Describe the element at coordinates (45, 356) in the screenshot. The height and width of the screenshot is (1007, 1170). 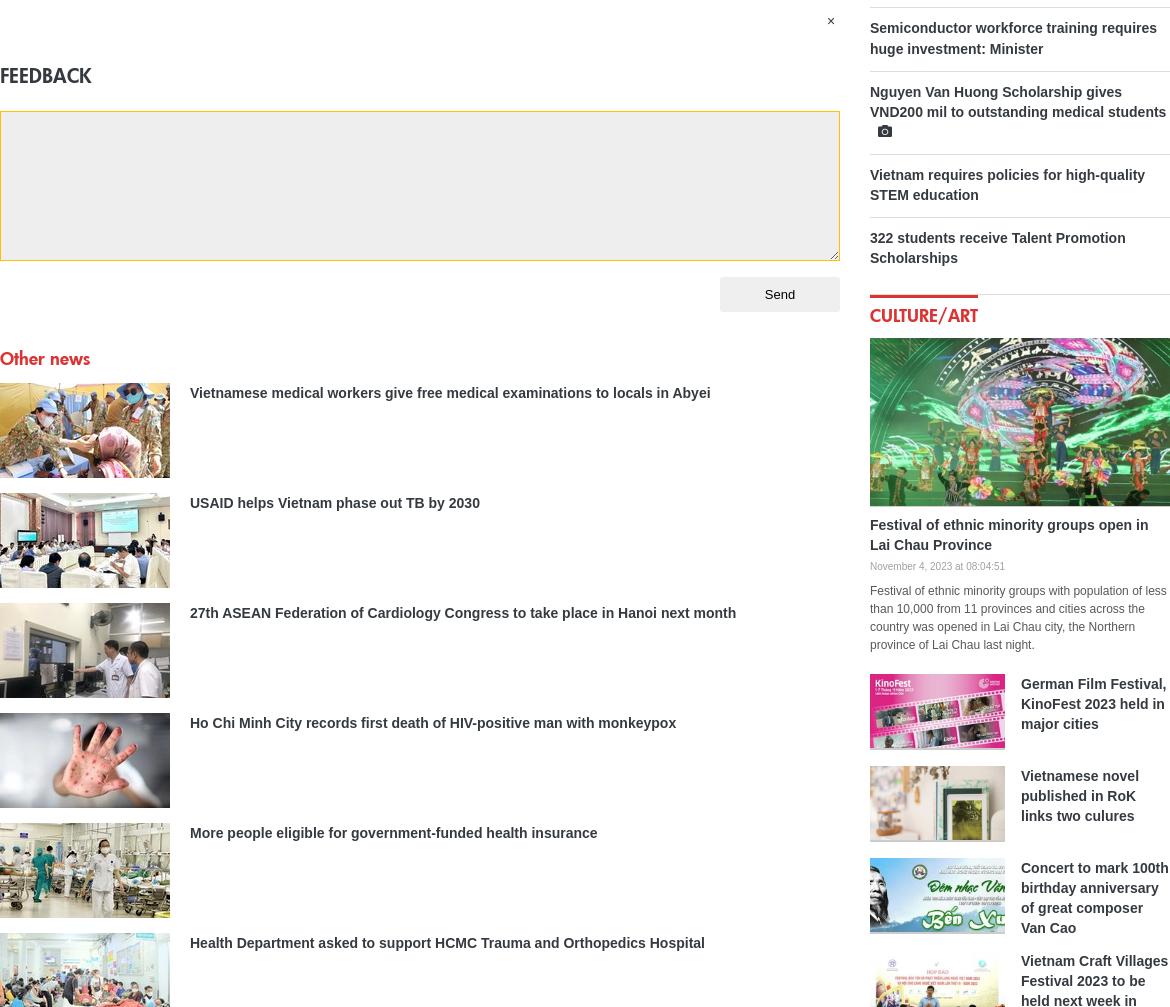
I see `'Other news'` at that location.